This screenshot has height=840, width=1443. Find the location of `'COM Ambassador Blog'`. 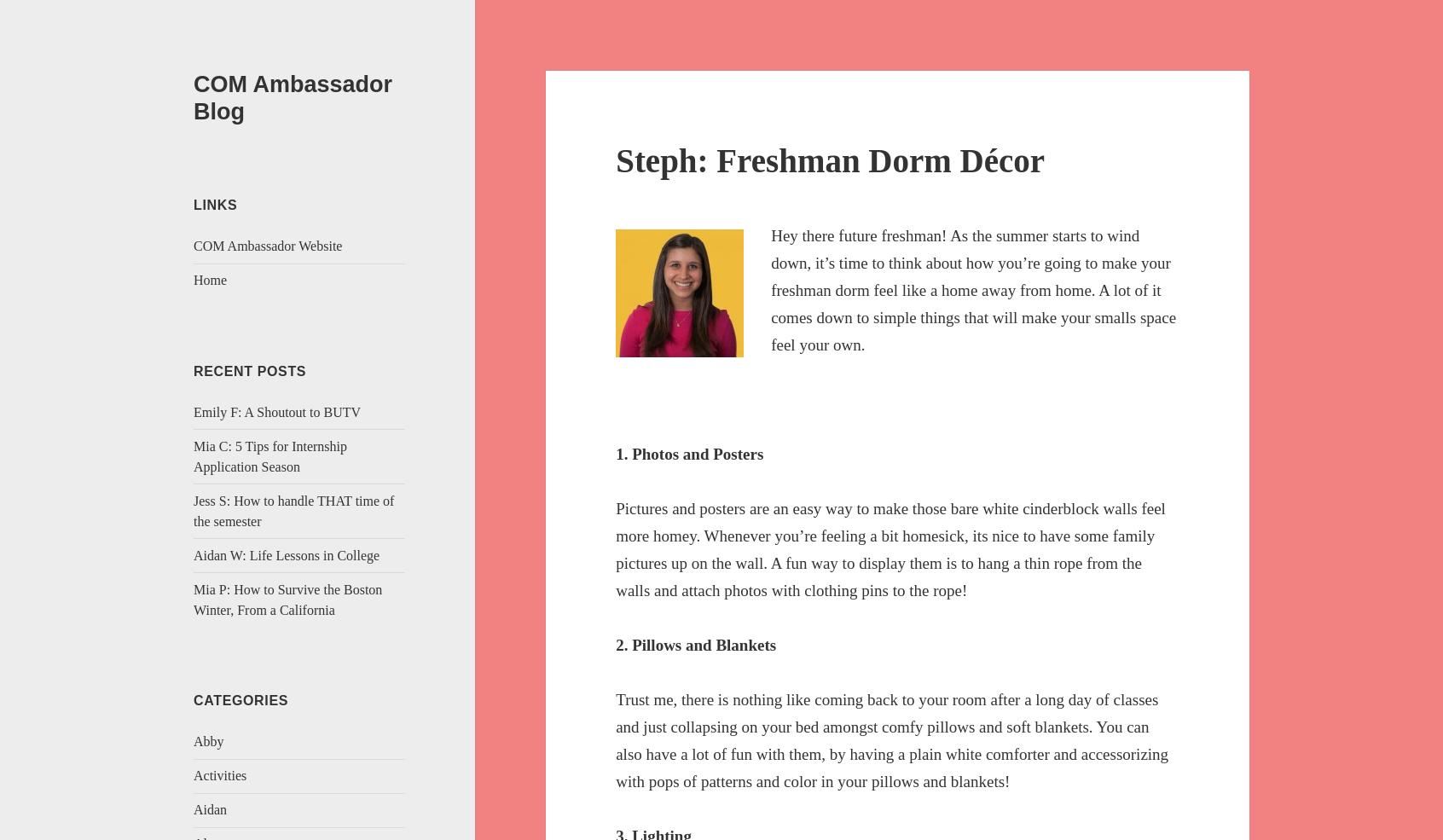

'COM Ambassador Blog' is located at coordinates (292, 96).